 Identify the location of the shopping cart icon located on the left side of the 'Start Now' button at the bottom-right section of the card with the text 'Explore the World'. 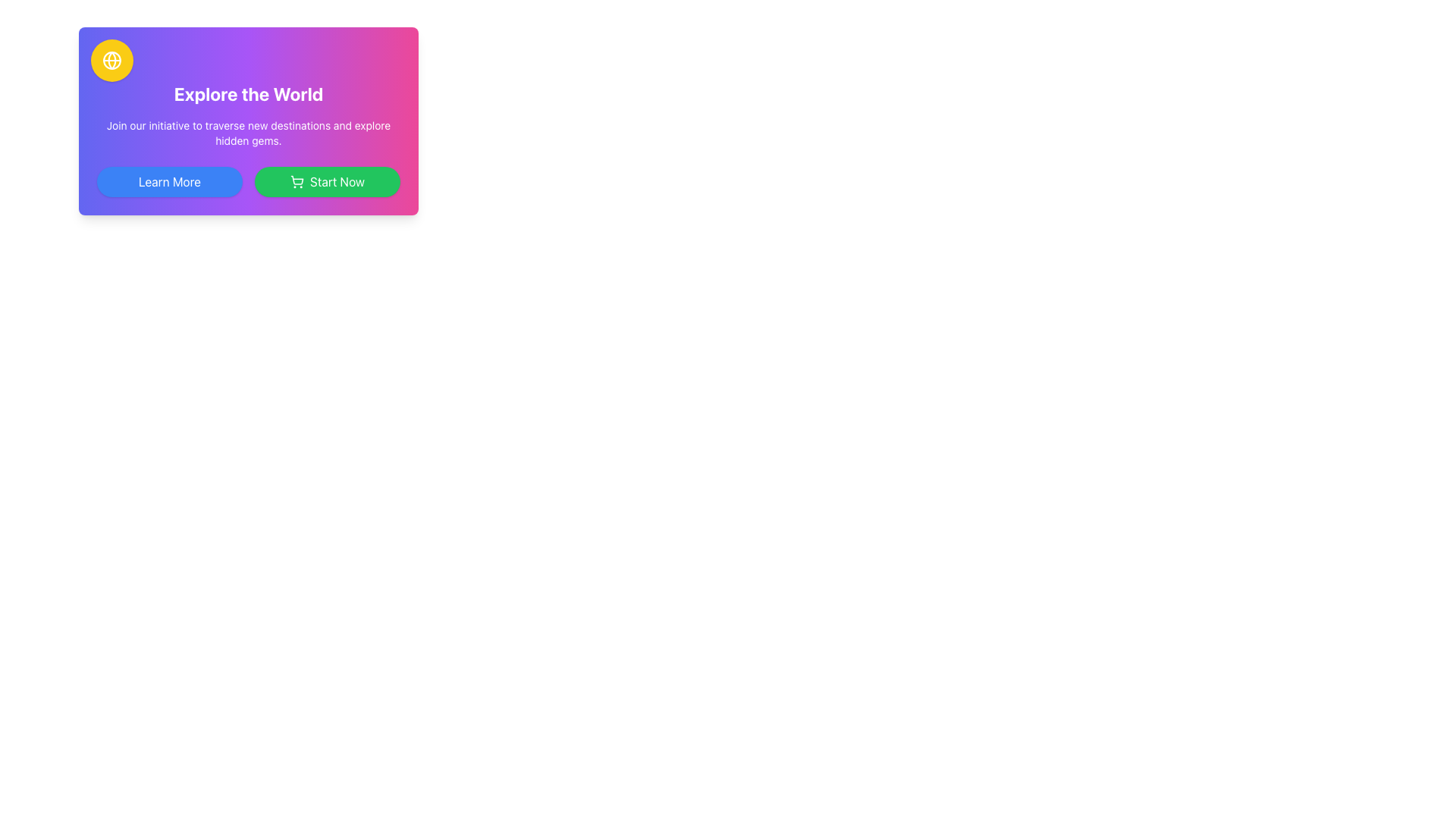
(297, 180).